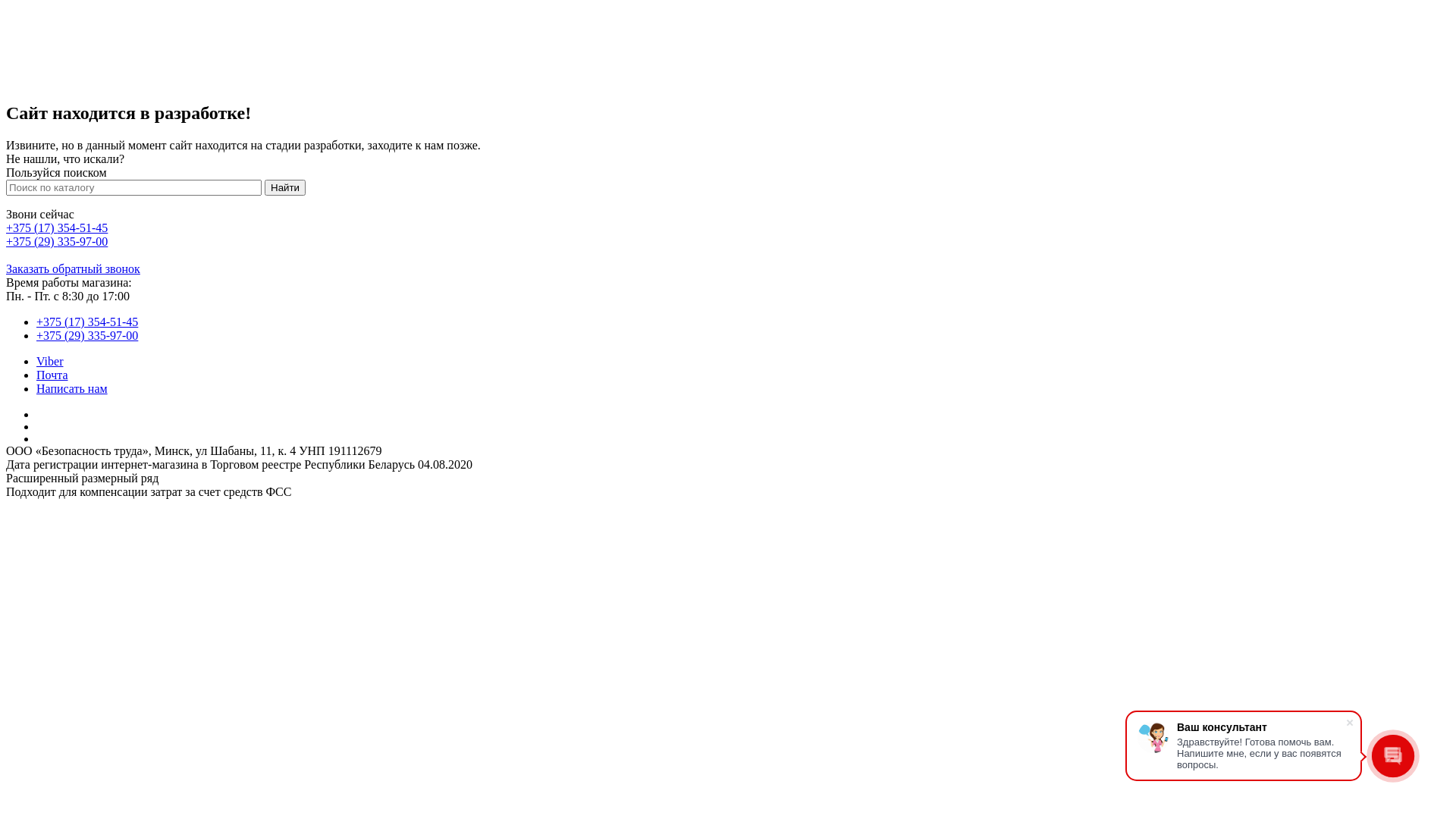 The image size is (1456, 819). I want to click on '+375 (17) 354-51-45', so click(57, 227).